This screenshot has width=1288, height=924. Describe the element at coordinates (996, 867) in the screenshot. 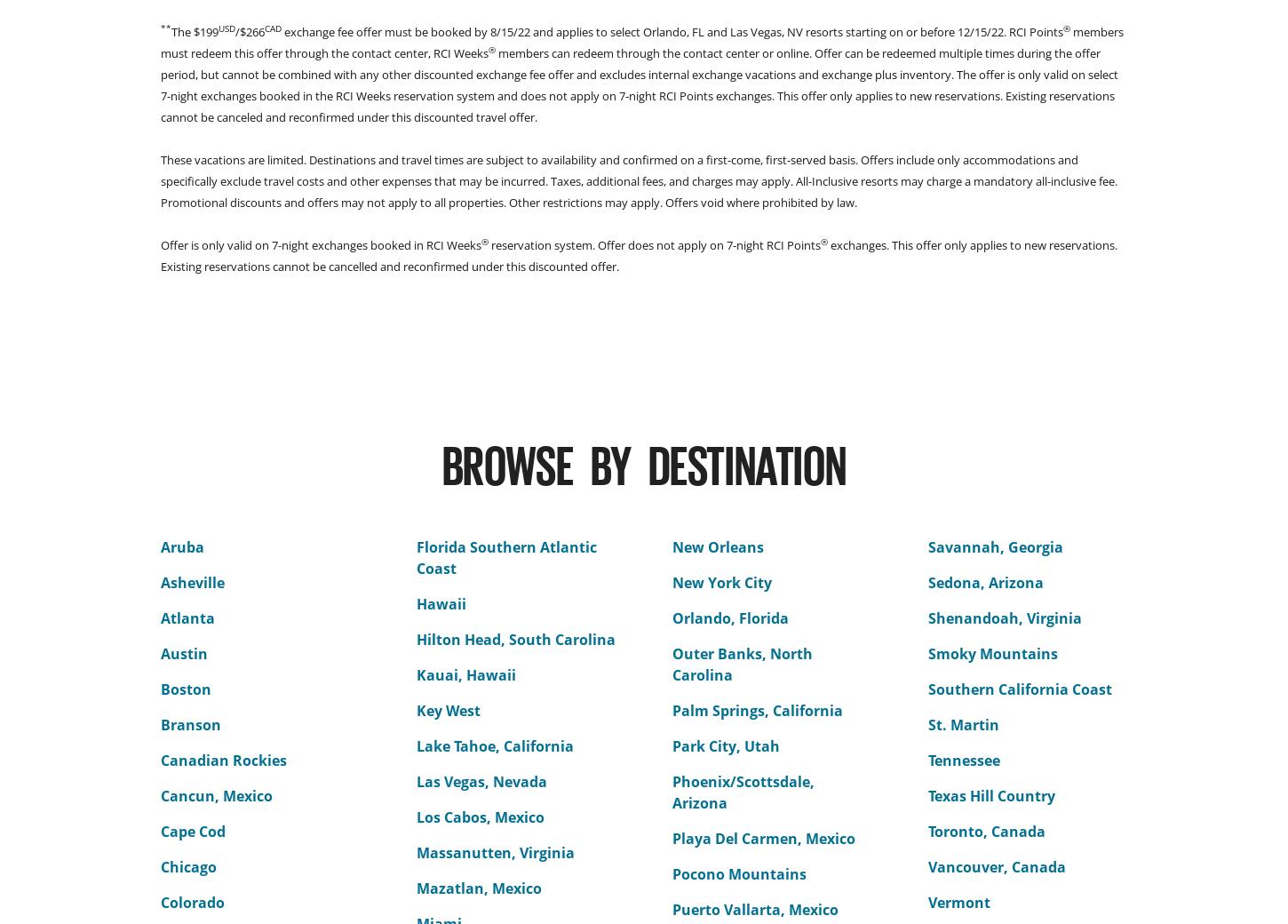

I see `'Vancouver, Canada'` at that location.